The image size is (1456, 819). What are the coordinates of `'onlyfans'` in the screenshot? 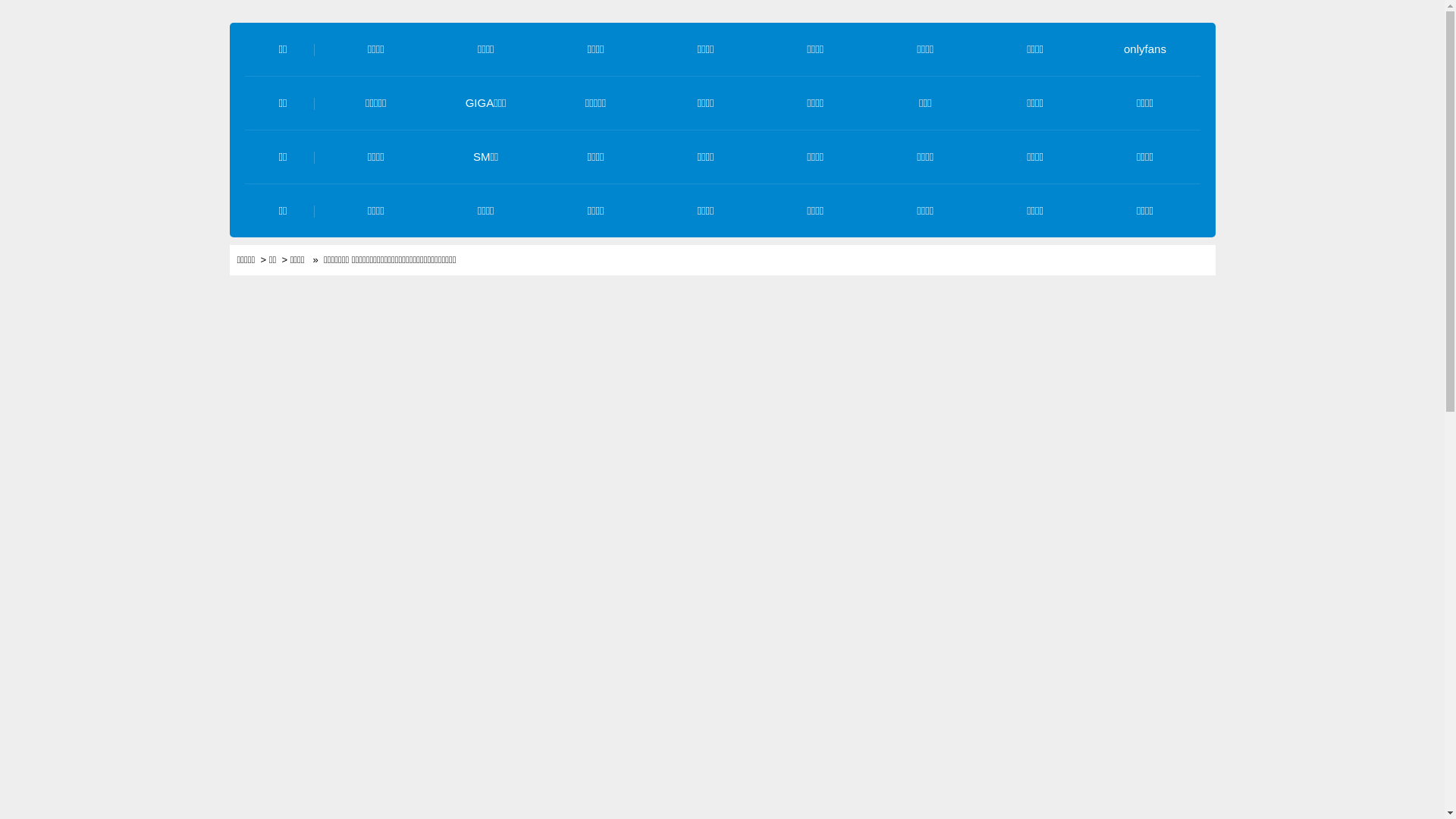 It's located at (1145, 48).